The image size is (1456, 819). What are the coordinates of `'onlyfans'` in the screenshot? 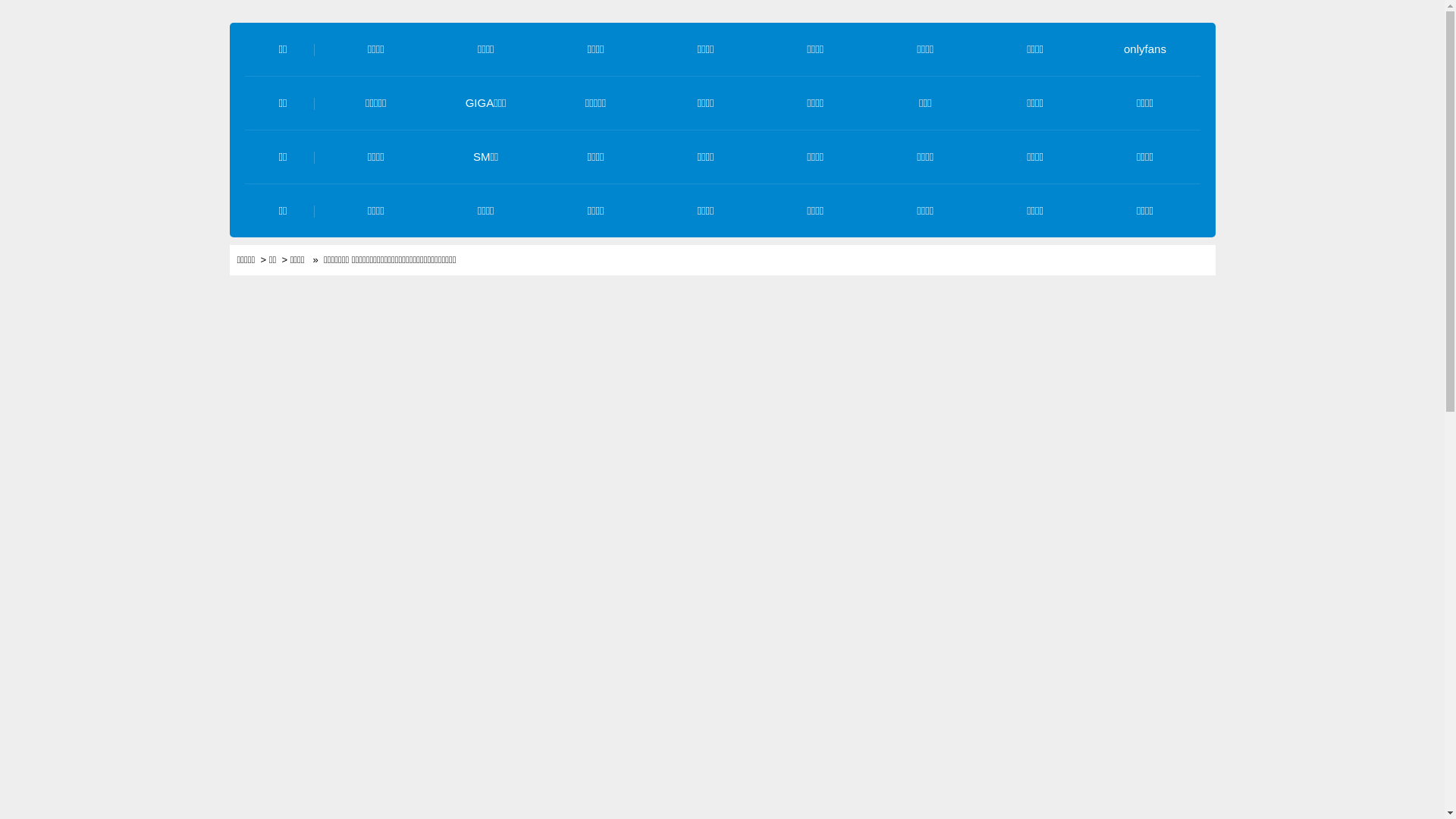 It's located at (1145, 48).